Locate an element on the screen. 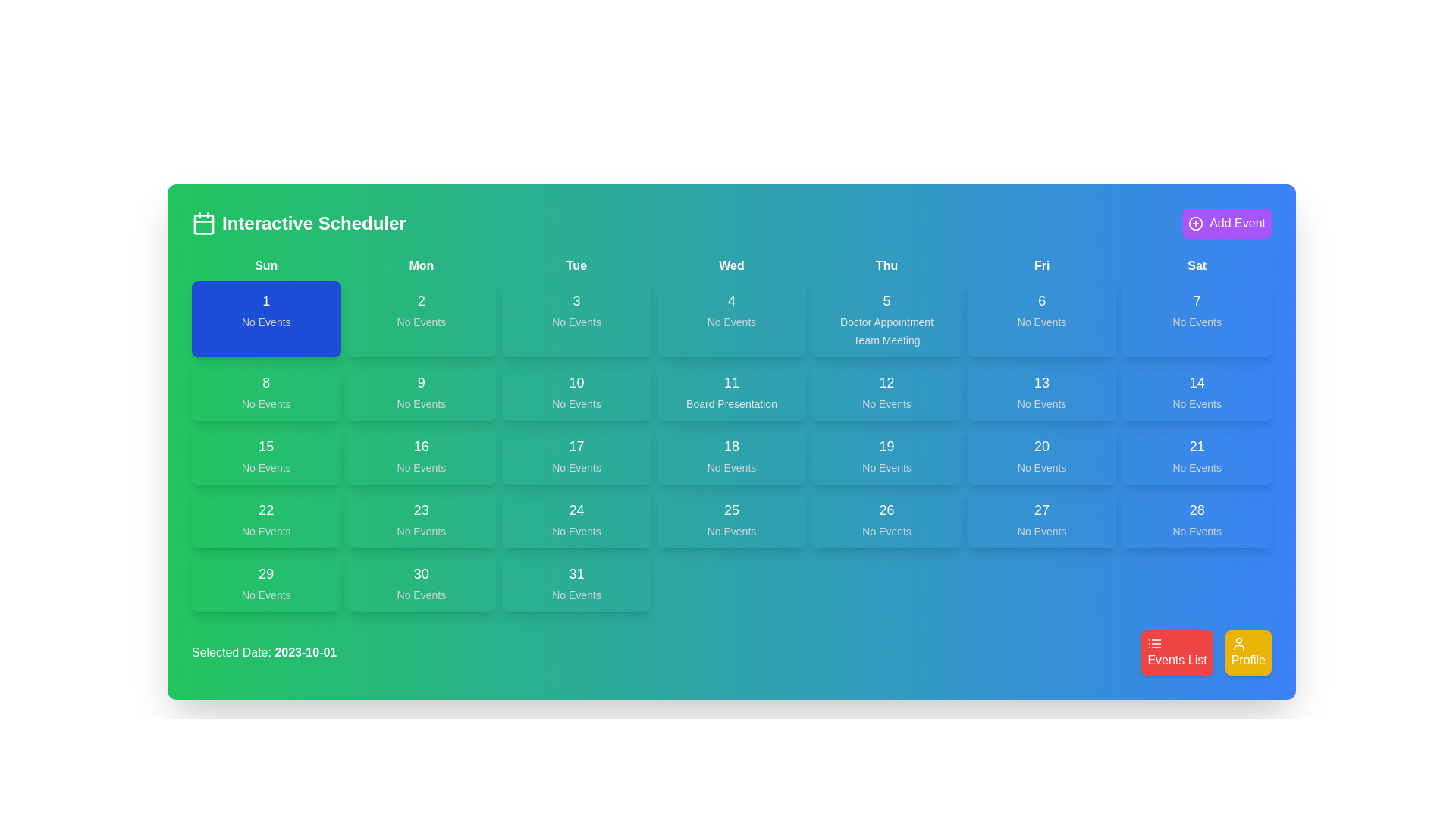  the calendar cell for the 11th day of the month in the 'Wed' column is located at coordinates (731, 391).